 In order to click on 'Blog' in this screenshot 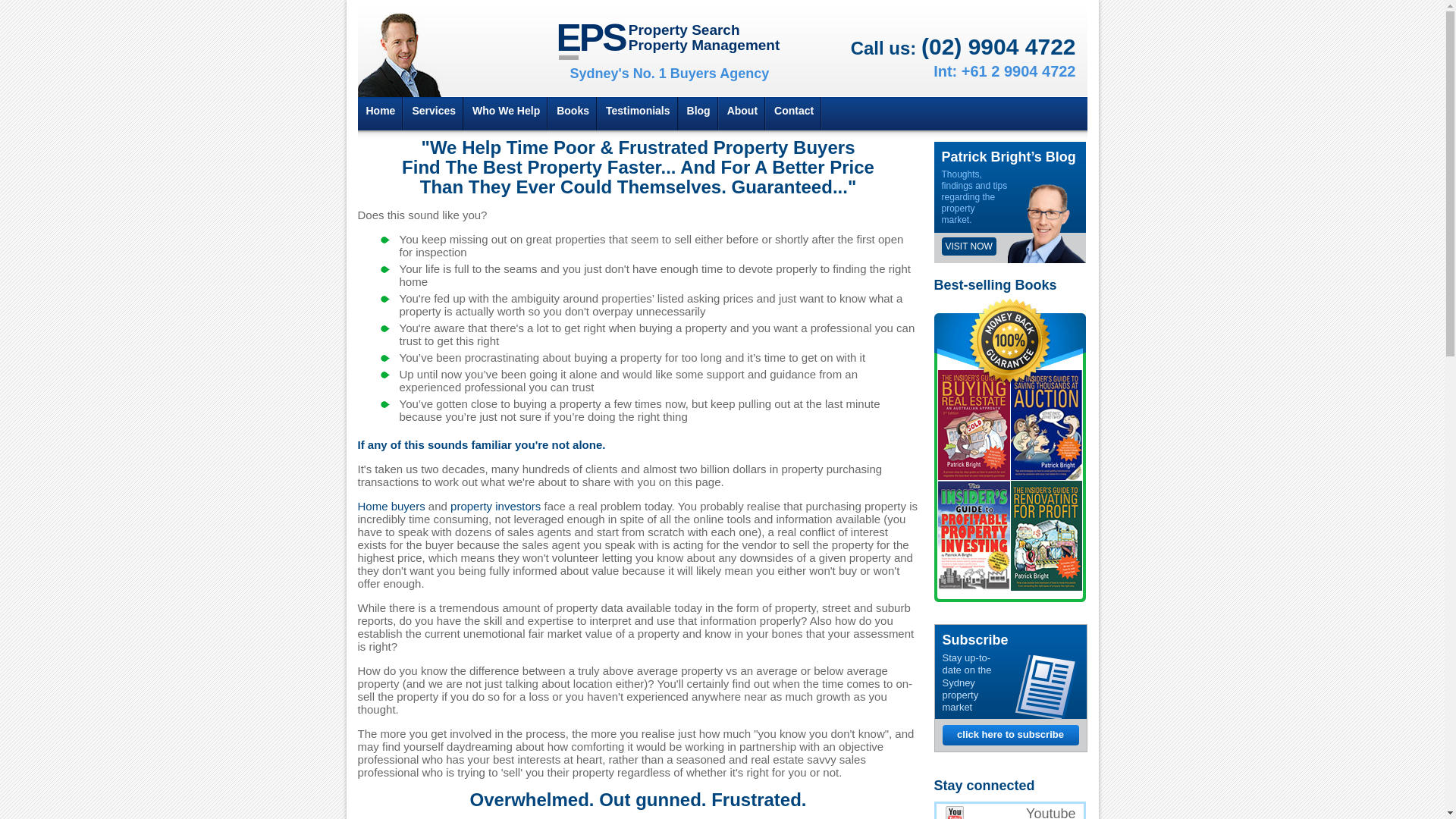, I will do `click(680, 113)`.